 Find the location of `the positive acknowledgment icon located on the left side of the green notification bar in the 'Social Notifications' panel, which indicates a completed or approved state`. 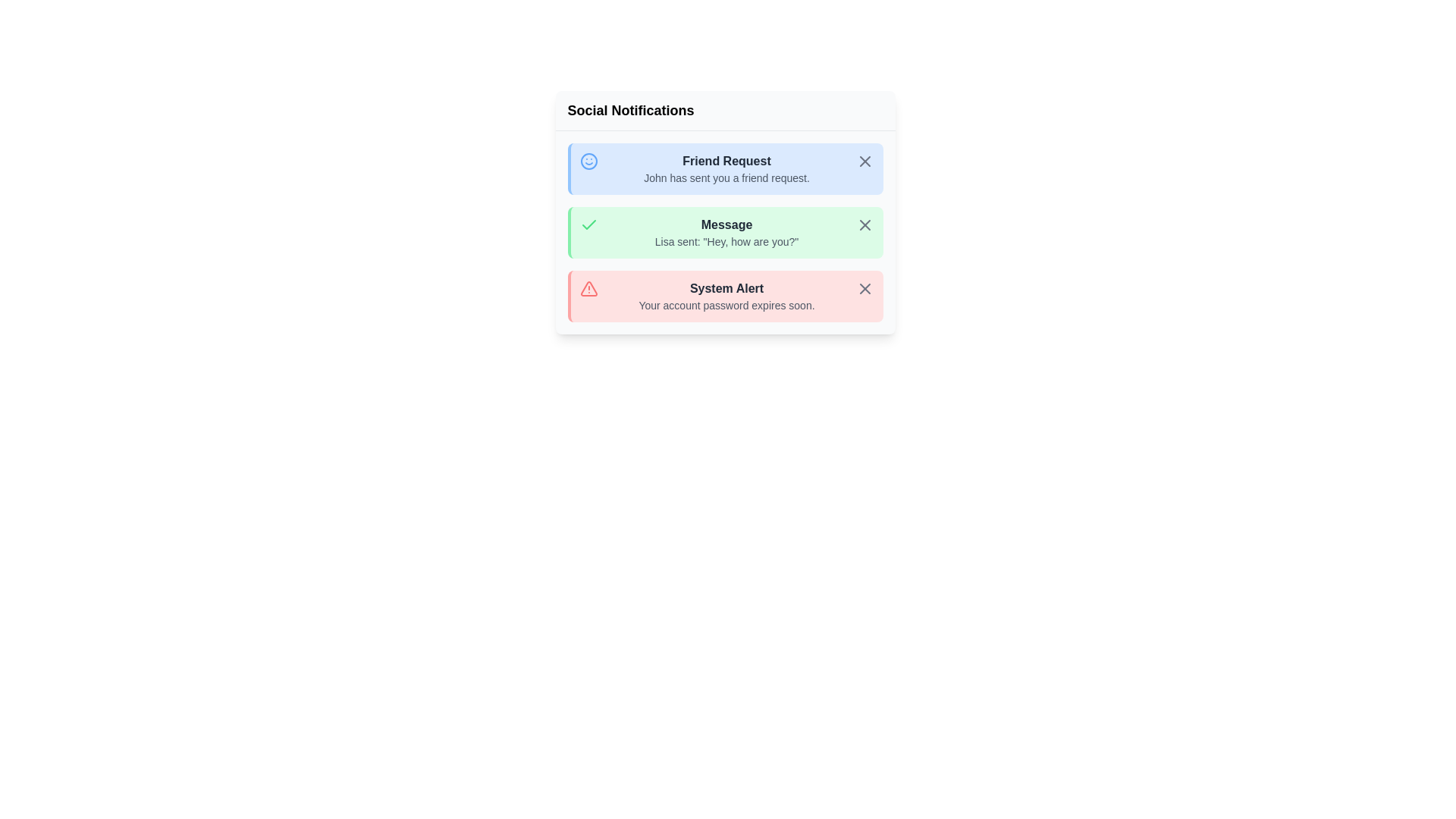

the positive acknowledgment icon located on the left side of the green notification bar in the 'Social Notifications' panel, which indicates a completed or approved state is located at coordinates (588, 225).